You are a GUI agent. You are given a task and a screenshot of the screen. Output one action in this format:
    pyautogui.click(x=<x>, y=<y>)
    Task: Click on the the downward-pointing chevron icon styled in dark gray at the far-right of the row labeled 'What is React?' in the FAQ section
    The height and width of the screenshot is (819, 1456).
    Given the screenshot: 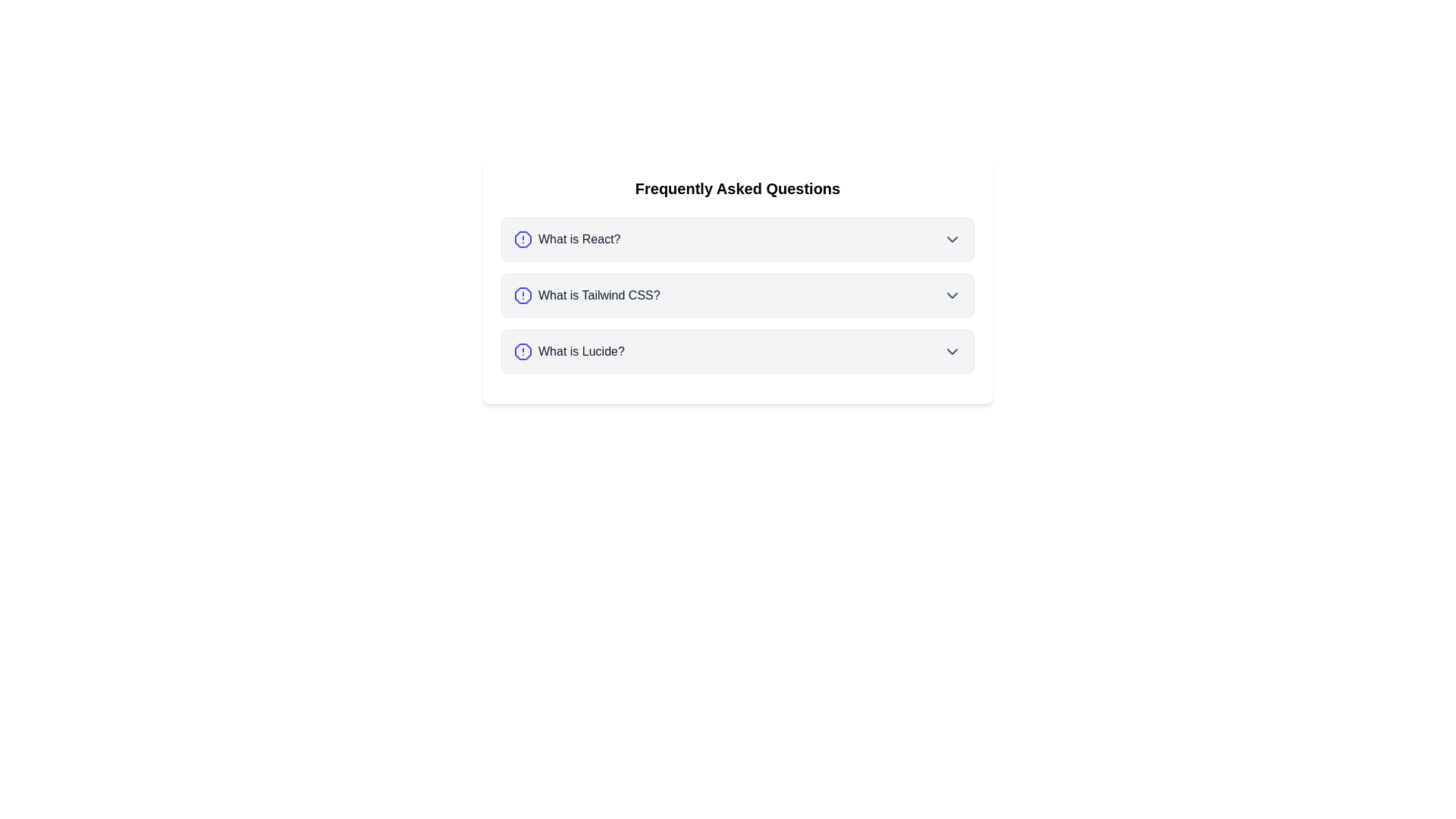 What is the action you would take?
    pyautogui.click(x=952, y=239)
    